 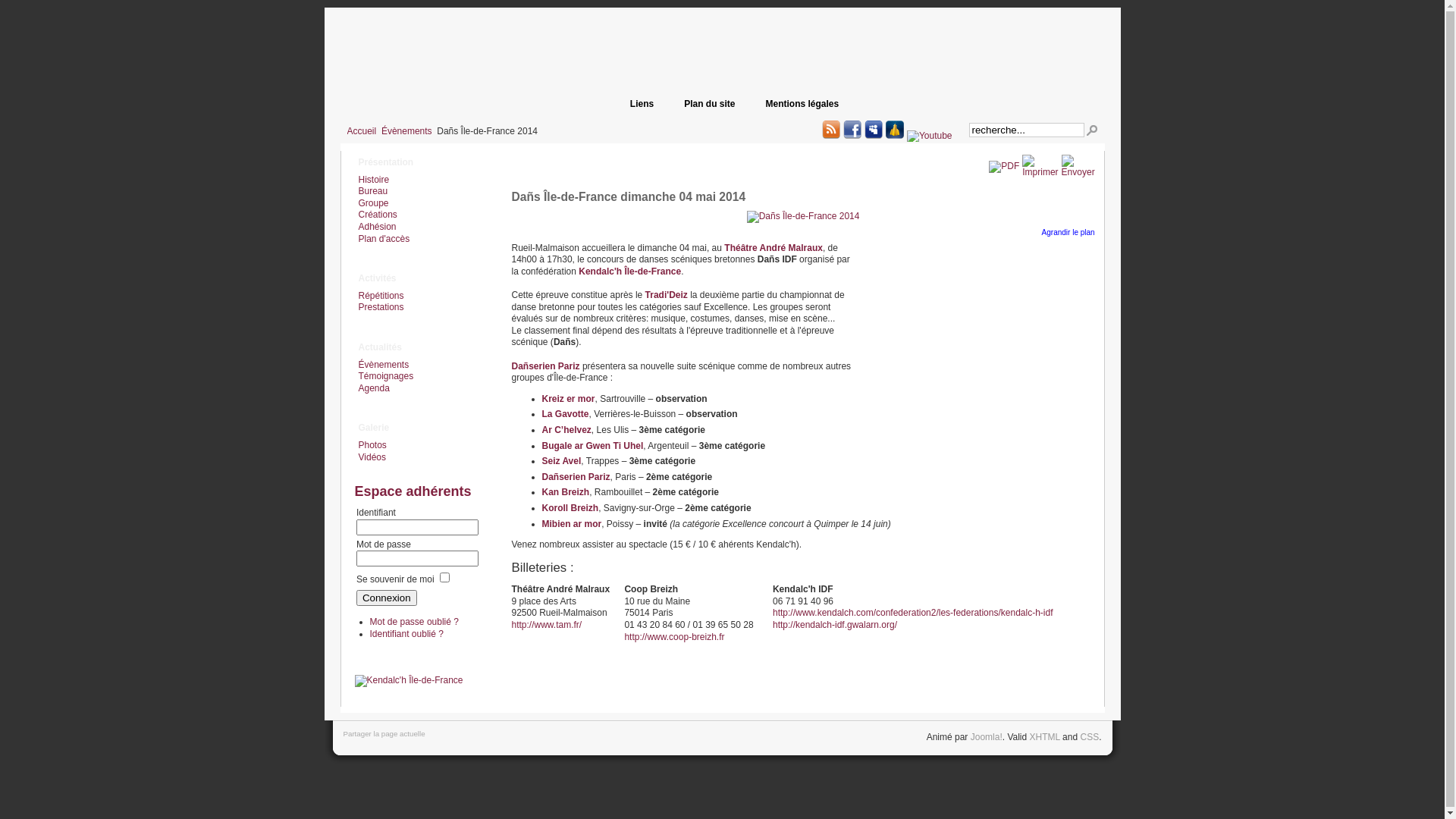 What do you see at coordinates (372, 388) in the screenshot?
I see `'Agenda'` at bounding box center [372, 388].